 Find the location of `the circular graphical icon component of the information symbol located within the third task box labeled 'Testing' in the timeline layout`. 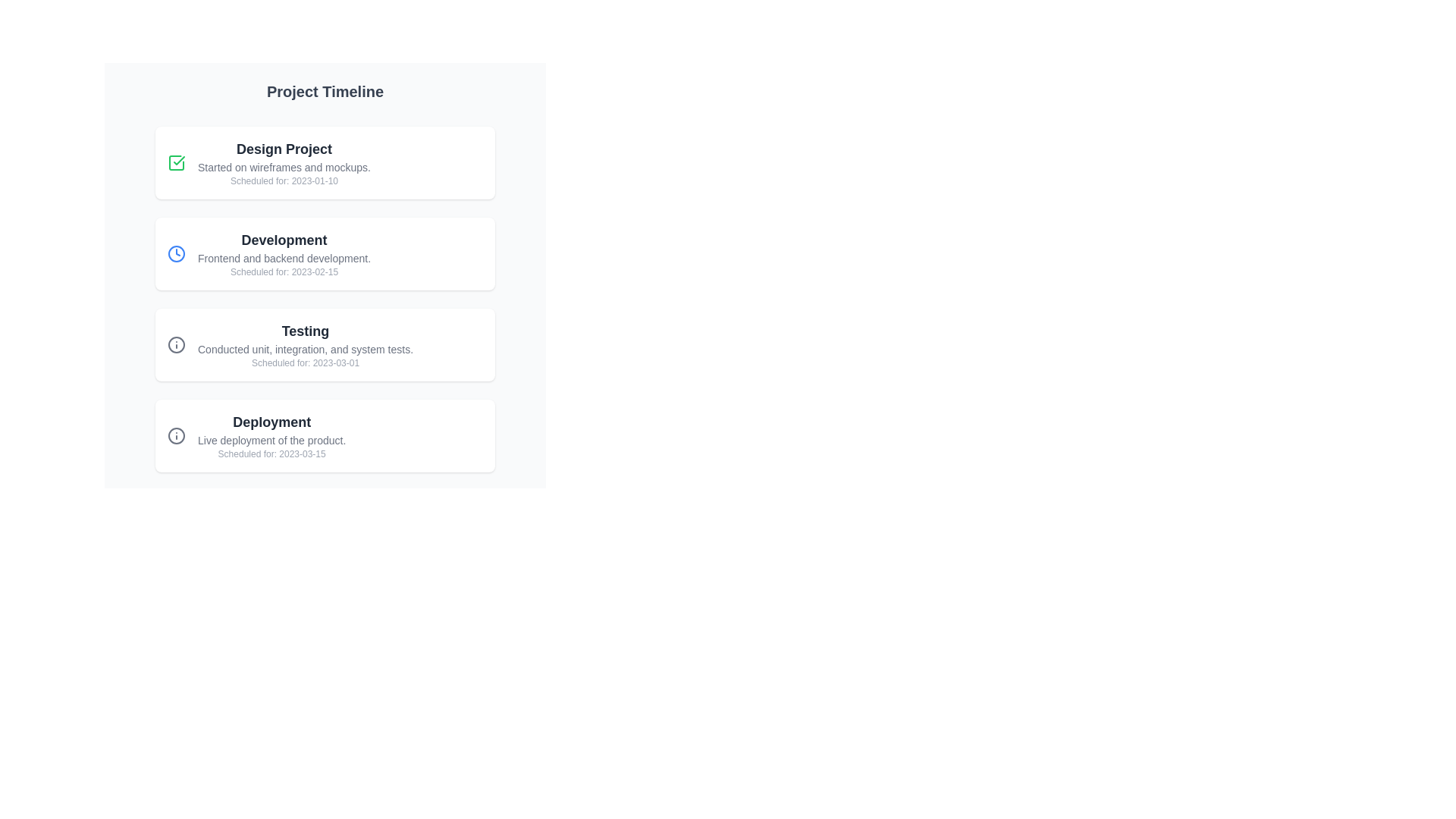

the circular graphical icon component of the information symbol located within the third task box labeled 'Testing' in the timeline layout is located at coordinates (177, 435).